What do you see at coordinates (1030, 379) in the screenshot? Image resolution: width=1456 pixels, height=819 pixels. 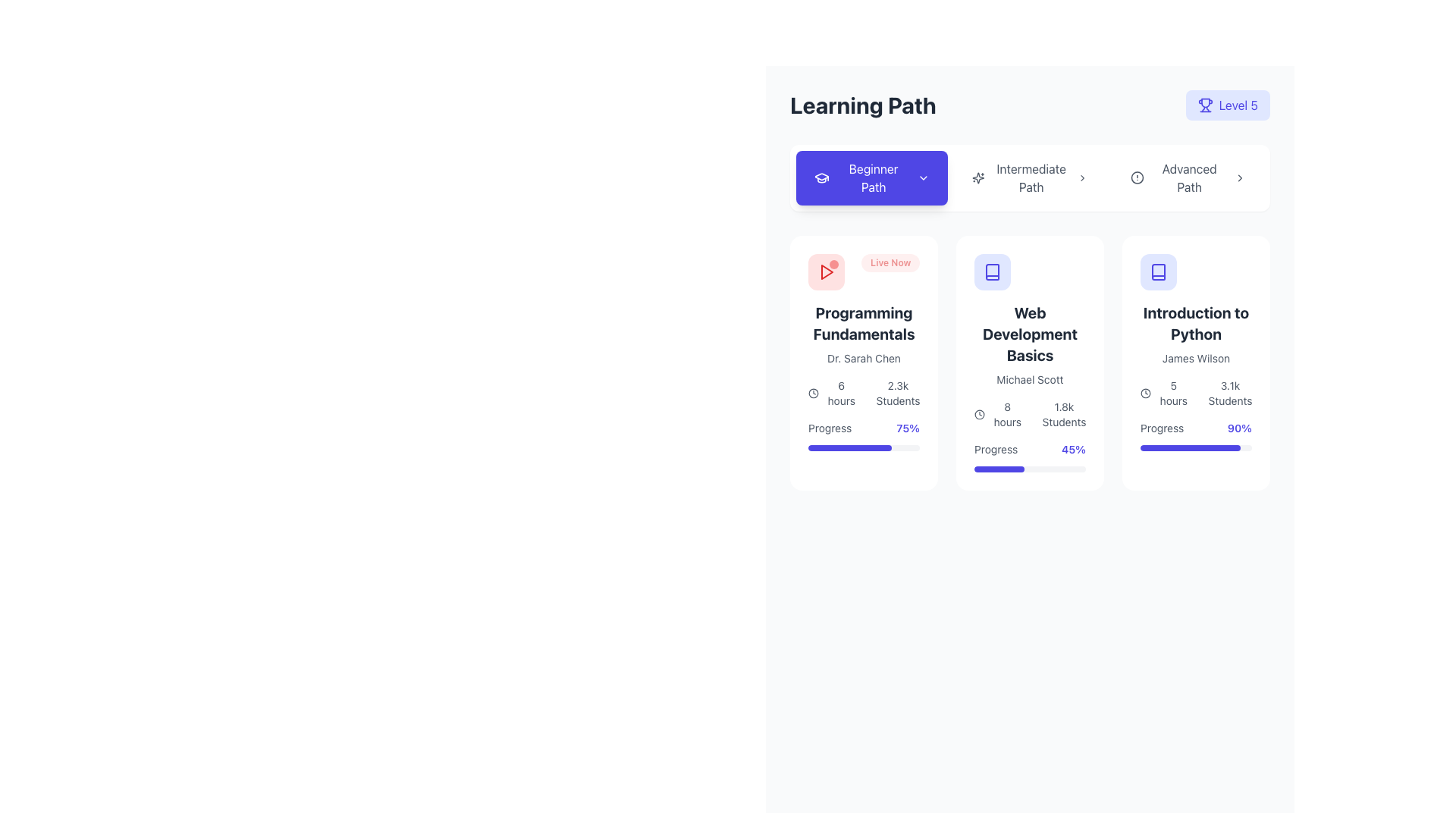 I see `text label that says 'Michael Scott', which is displayed in gray color and small font size, located below the title 'Web Development Basics' within the course details card` at bounding box center [1030, 379].